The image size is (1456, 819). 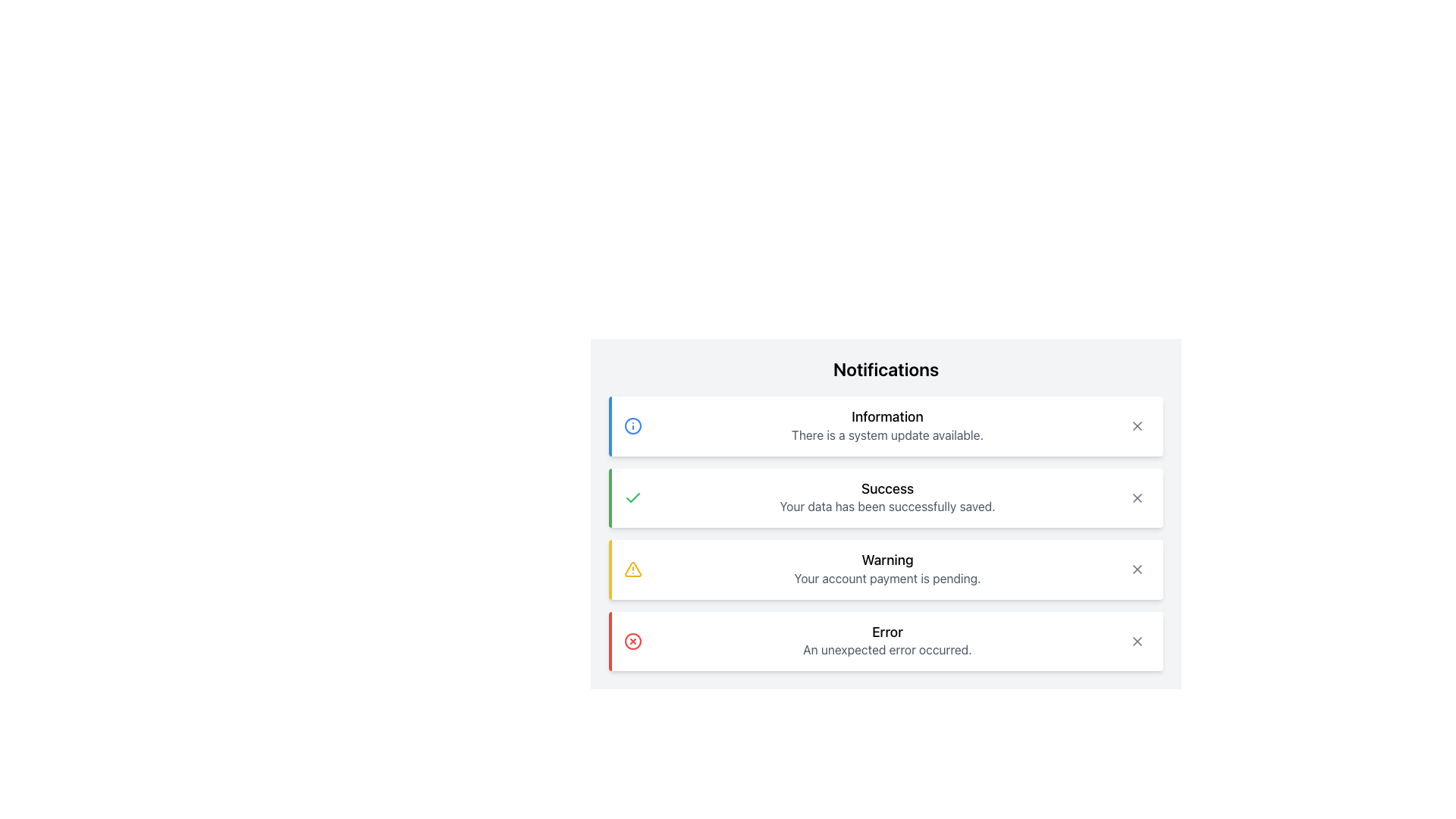 I want to click on the close icon represented by an 'X' symbol in the top-right corner of the notification box labeled 'Success: Your data has been successfully saved.' to trigger the hover effect, so click(x=1137, y=497).